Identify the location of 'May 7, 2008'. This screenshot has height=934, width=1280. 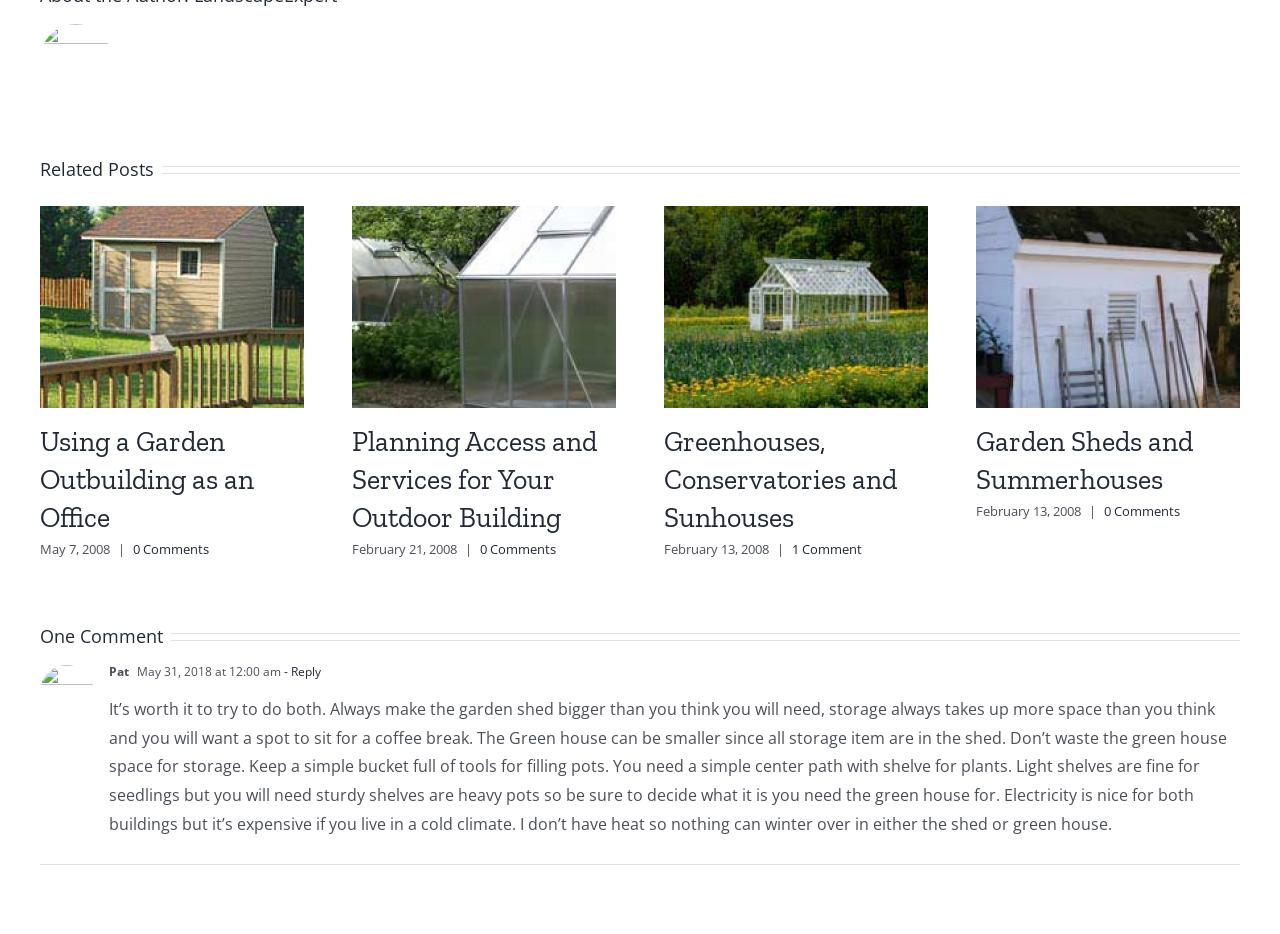
(75, 549).